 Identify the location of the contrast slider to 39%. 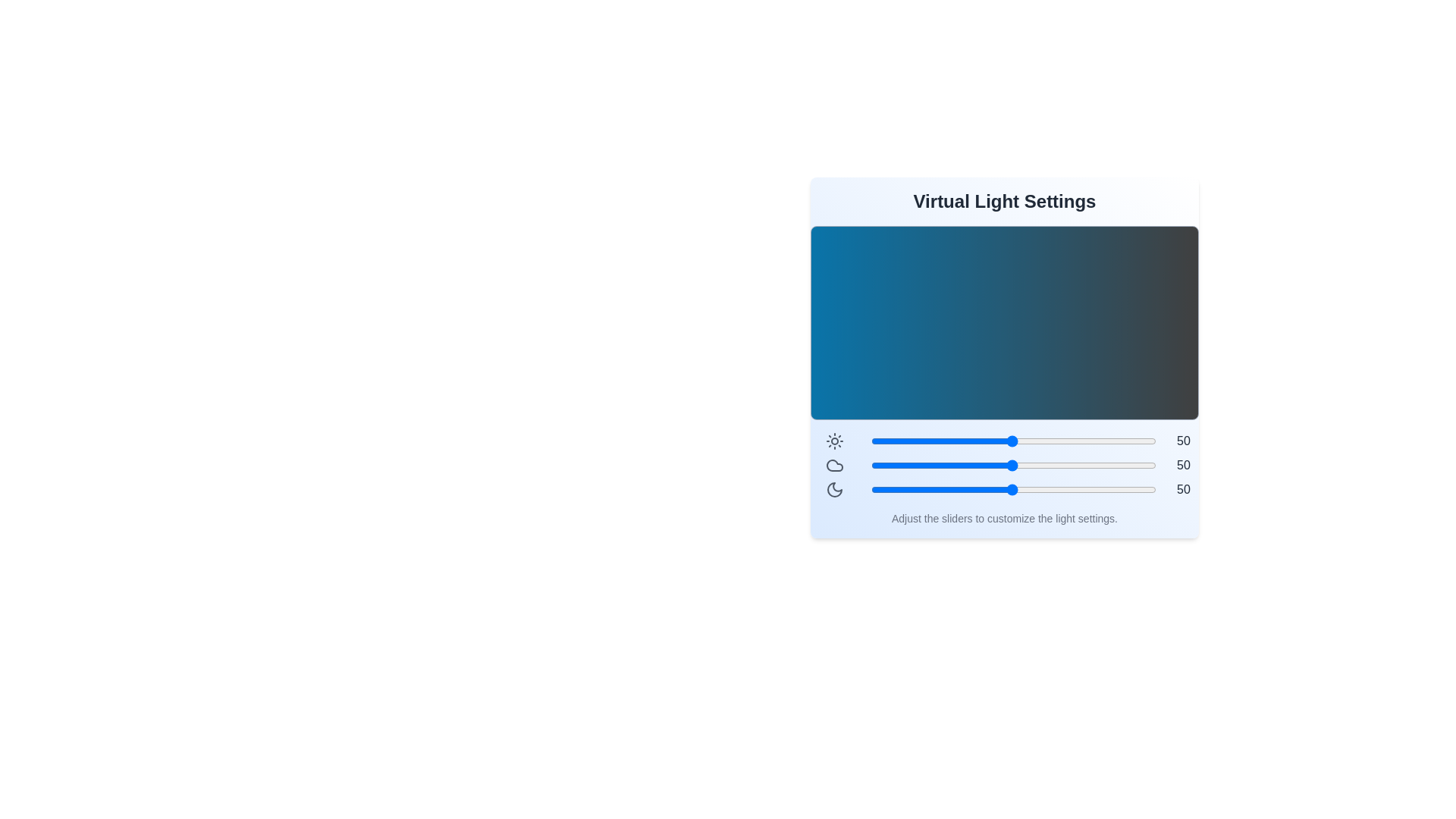
(981, 441).